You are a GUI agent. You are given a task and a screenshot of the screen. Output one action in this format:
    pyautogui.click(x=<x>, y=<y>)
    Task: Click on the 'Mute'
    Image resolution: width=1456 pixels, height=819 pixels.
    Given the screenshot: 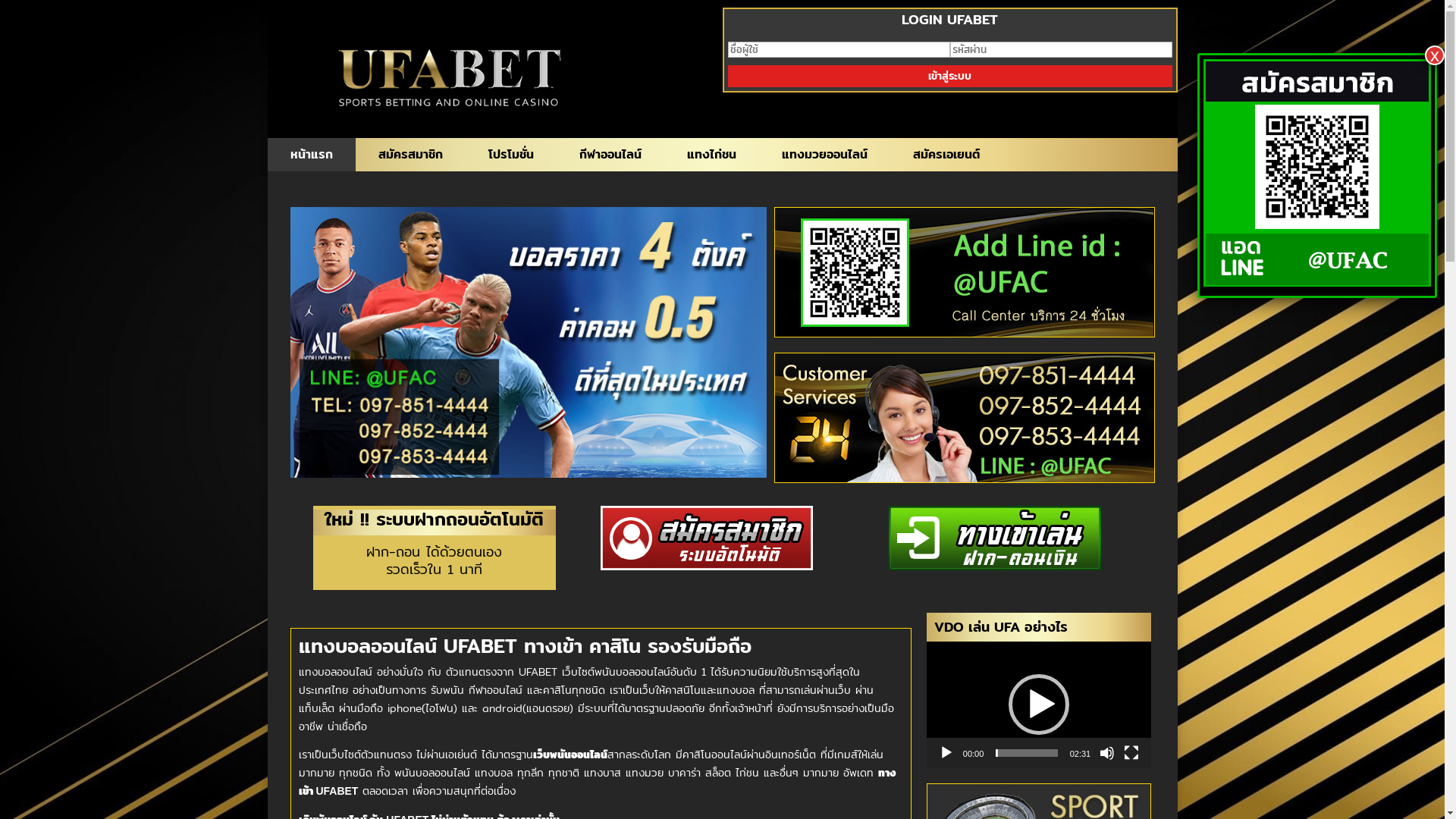 What is the action you would take?
    pyautogui.click(x=1106, y=752)
    